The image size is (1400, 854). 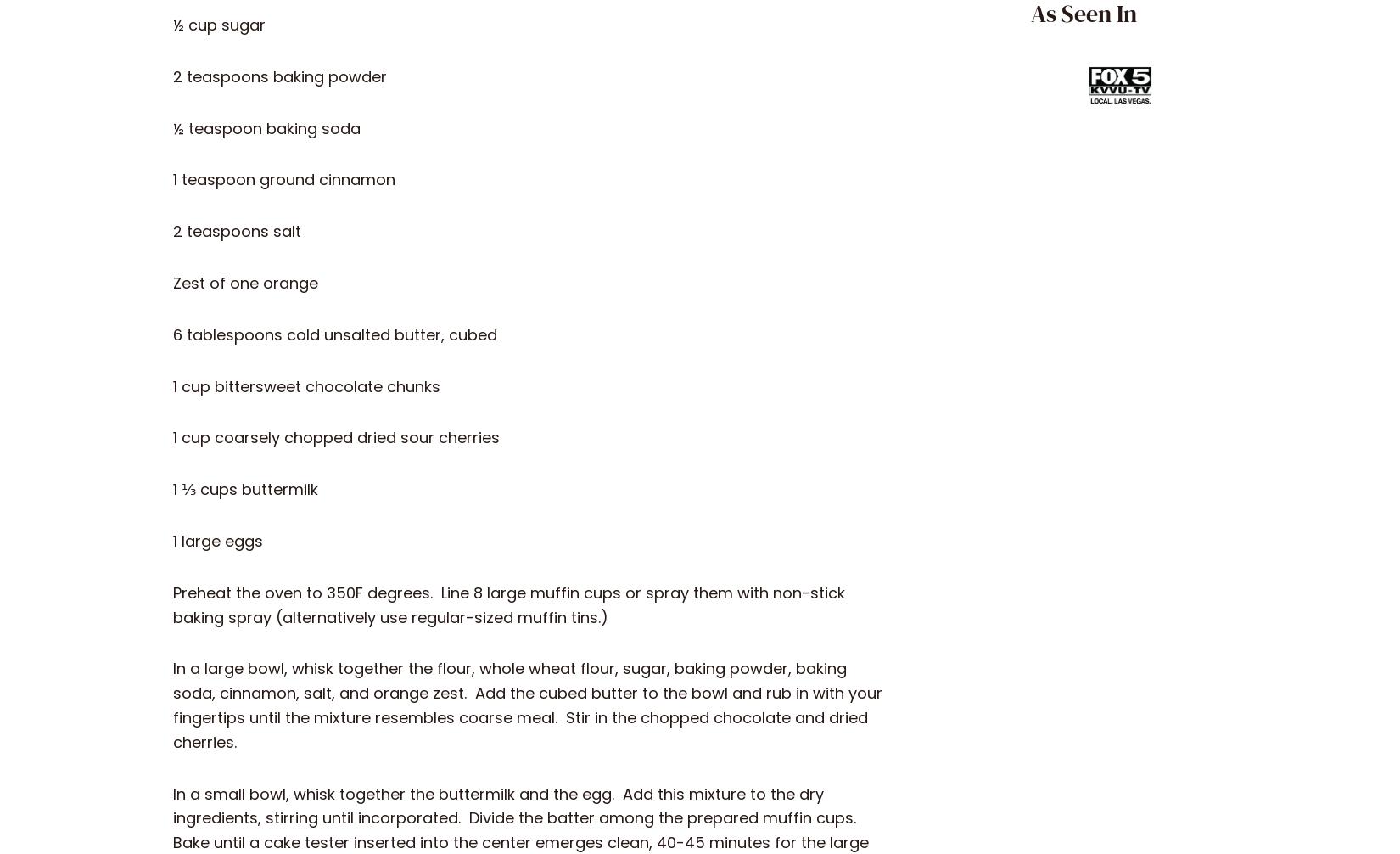 I want to click on 'Zest of one orange', so click(x=245, y=282).